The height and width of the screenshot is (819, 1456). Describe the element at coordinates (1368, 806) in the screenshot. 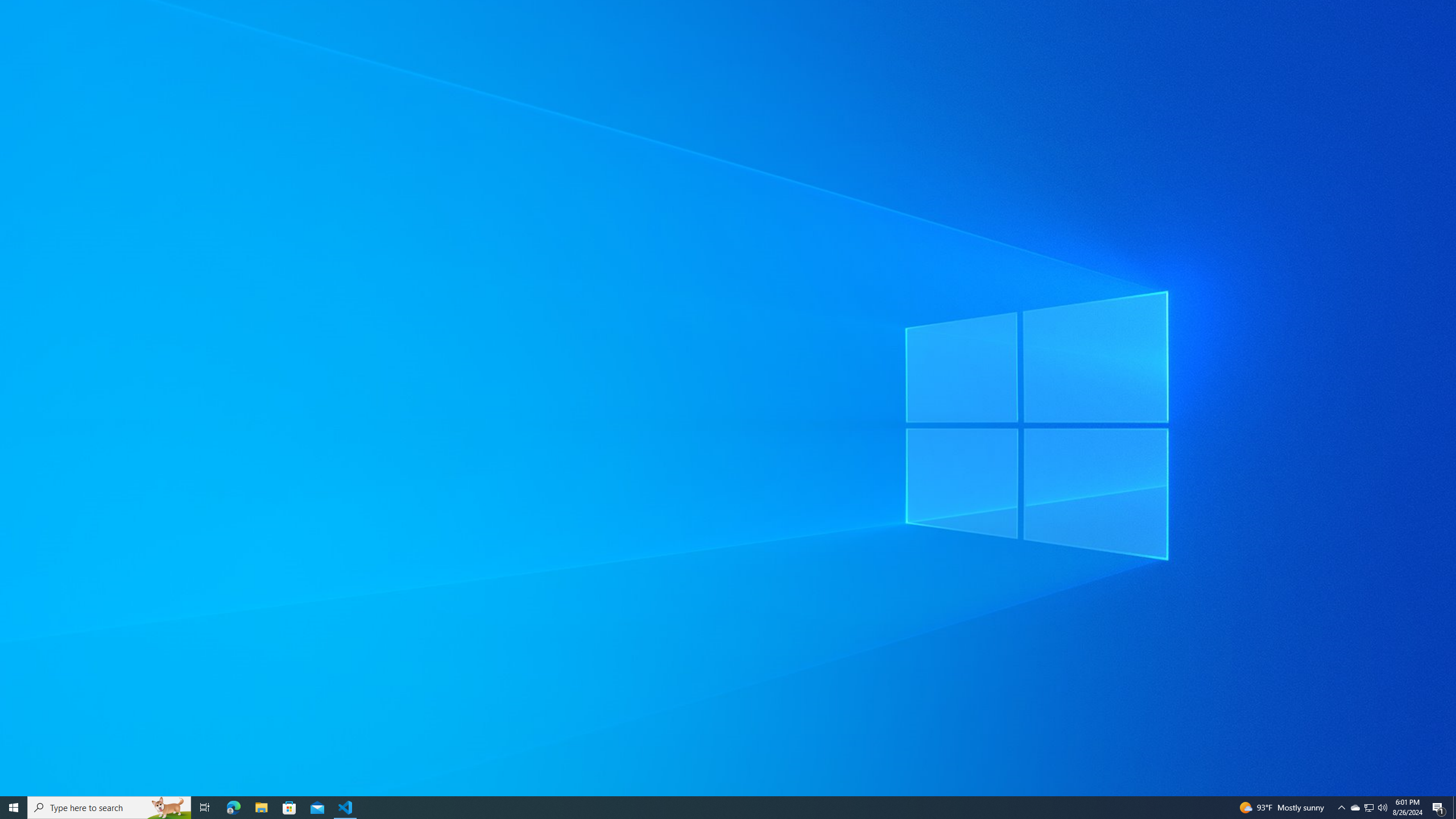

I see `'Action Center, 1 new notification'` at that location.